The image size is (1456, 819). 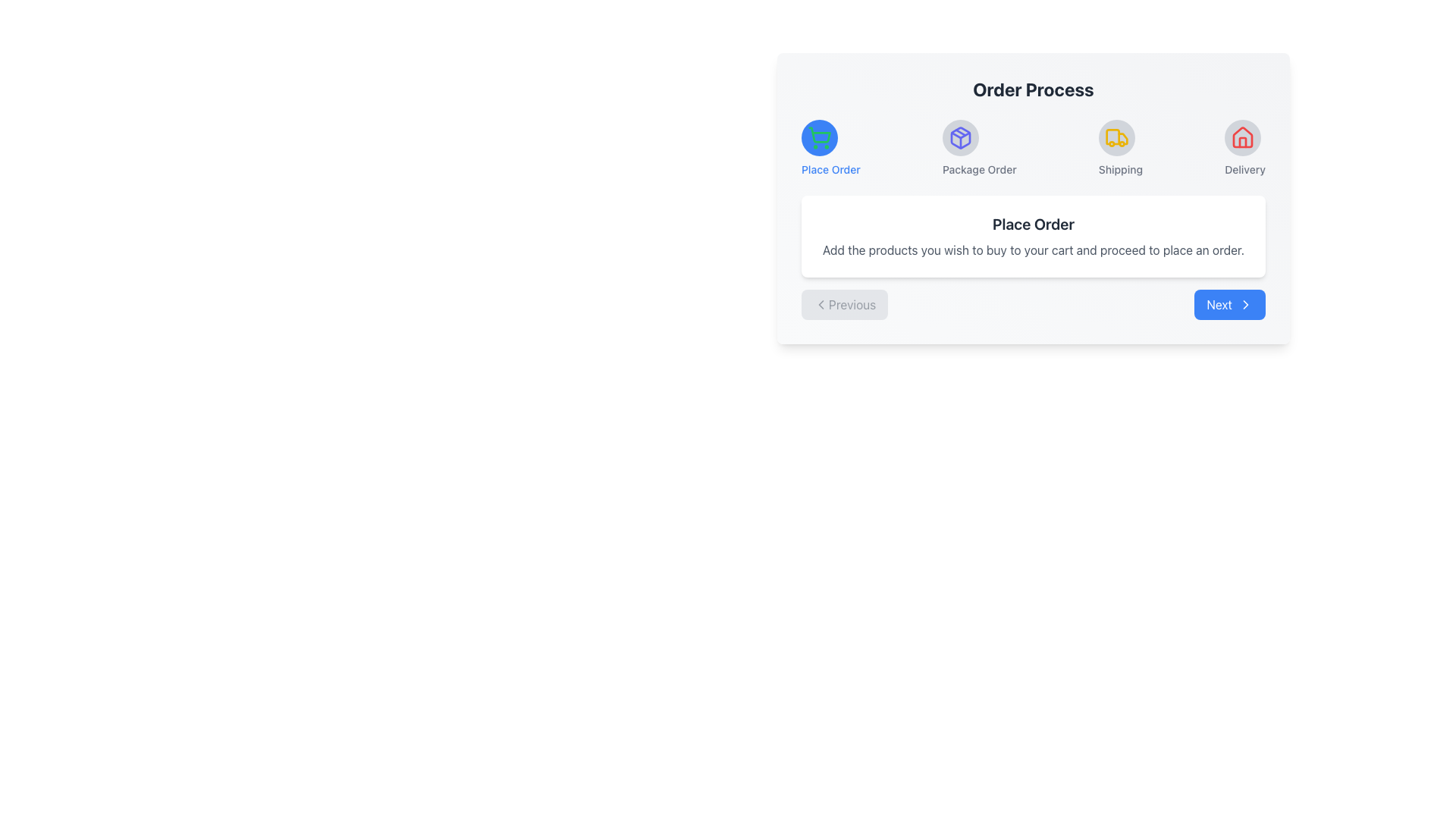 What do you see at coordinates (960, 137) in the screenshot?
I see `the 'Package Order' icon, which represents the second step in the order process navigation bar` at bounding box center [960, 137].